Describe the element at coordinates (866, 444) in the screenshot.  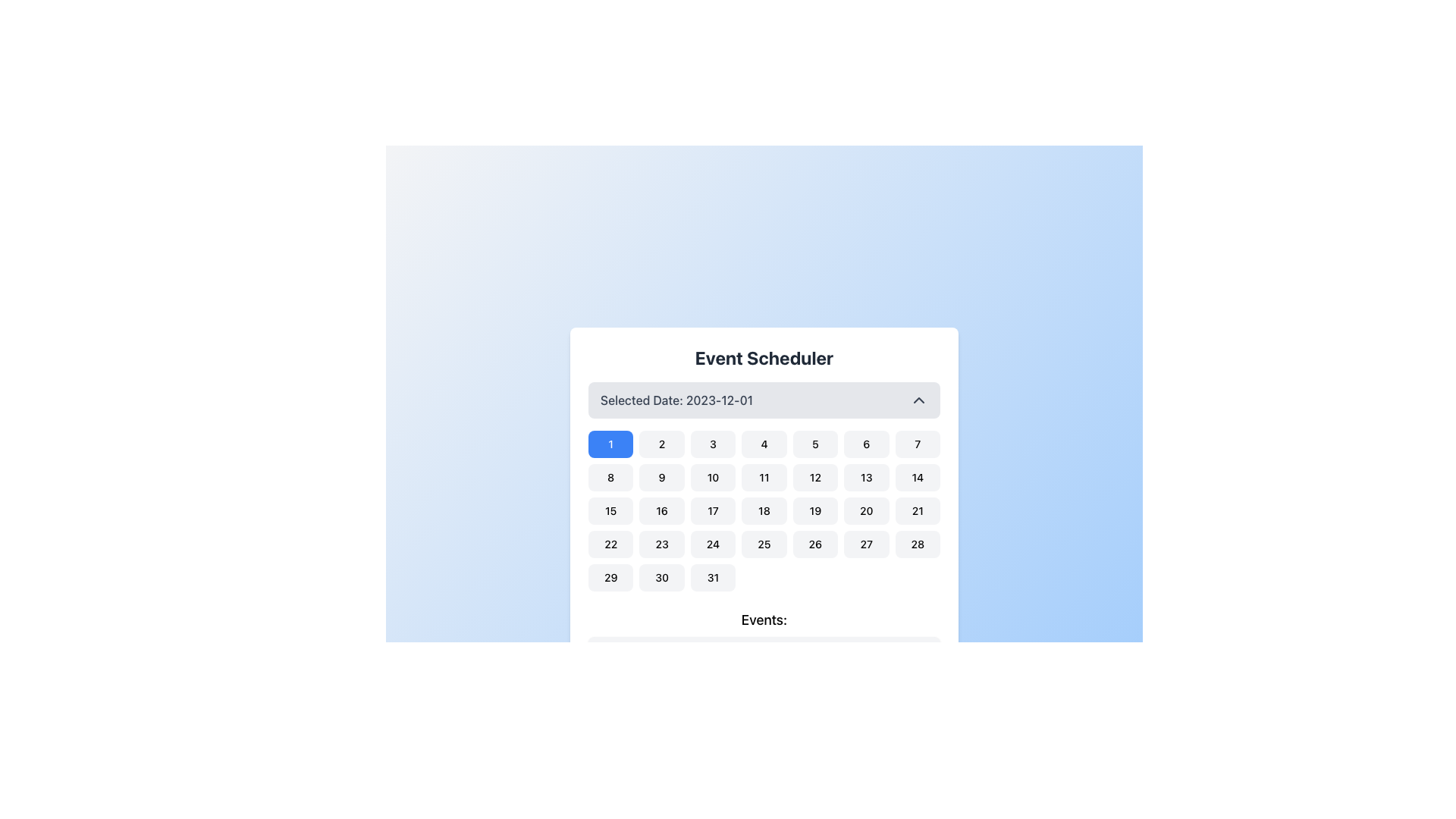
I see `the small, rounded rectangular button labeled '6' with a light gray background` at that location.